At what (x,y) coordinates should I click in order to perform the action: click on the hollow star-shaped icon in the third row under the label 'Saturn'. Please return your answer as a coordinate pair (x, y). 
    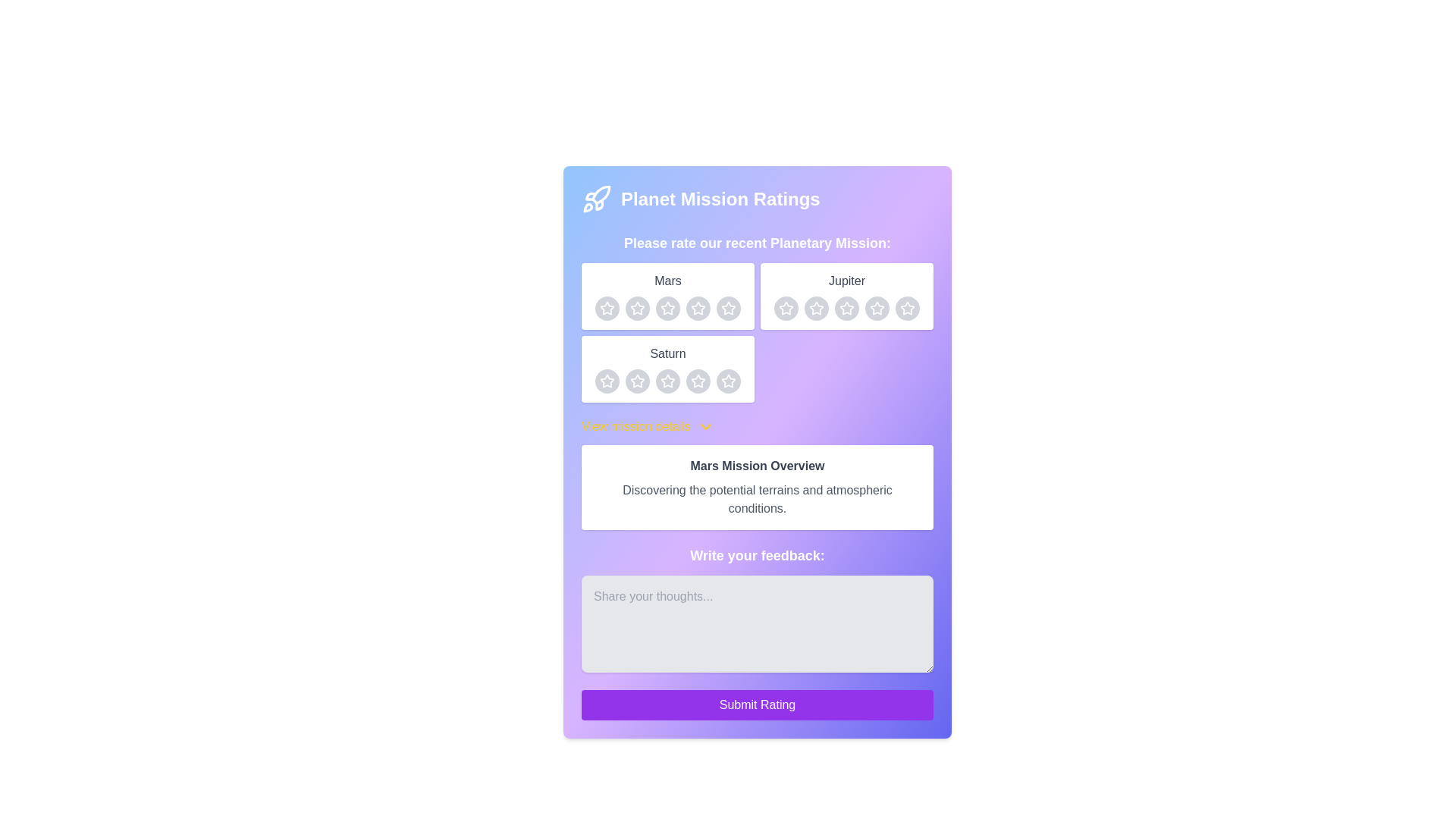
    Looking at the image, I should click on (607, 380).